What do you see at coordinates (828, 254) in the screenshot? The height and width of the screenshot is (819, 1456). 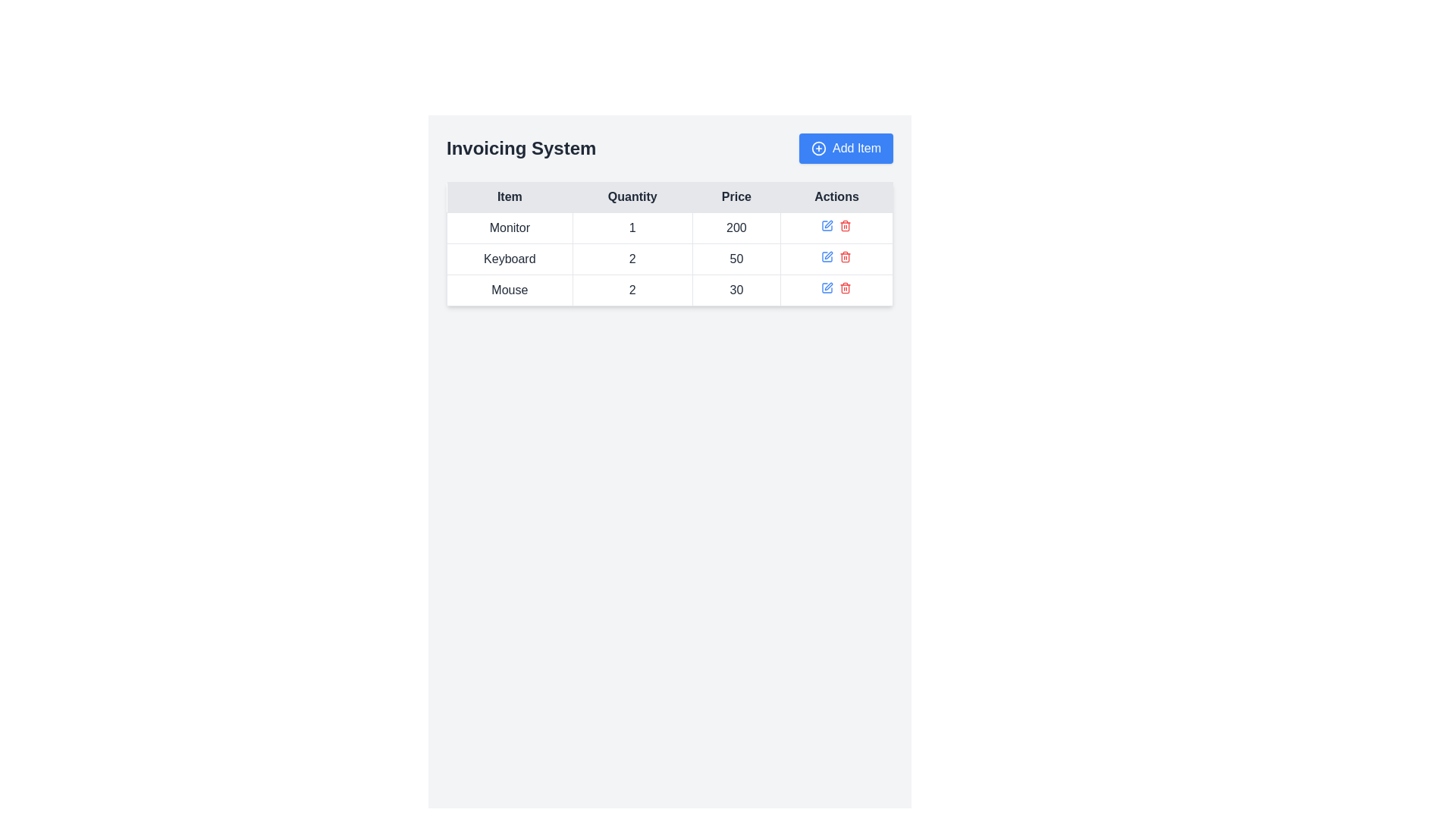 I see `the editing action icon in the 'Actions' column for the 'Keyboard' item, located next to the trash can icon` at bounding box center [828, 254].